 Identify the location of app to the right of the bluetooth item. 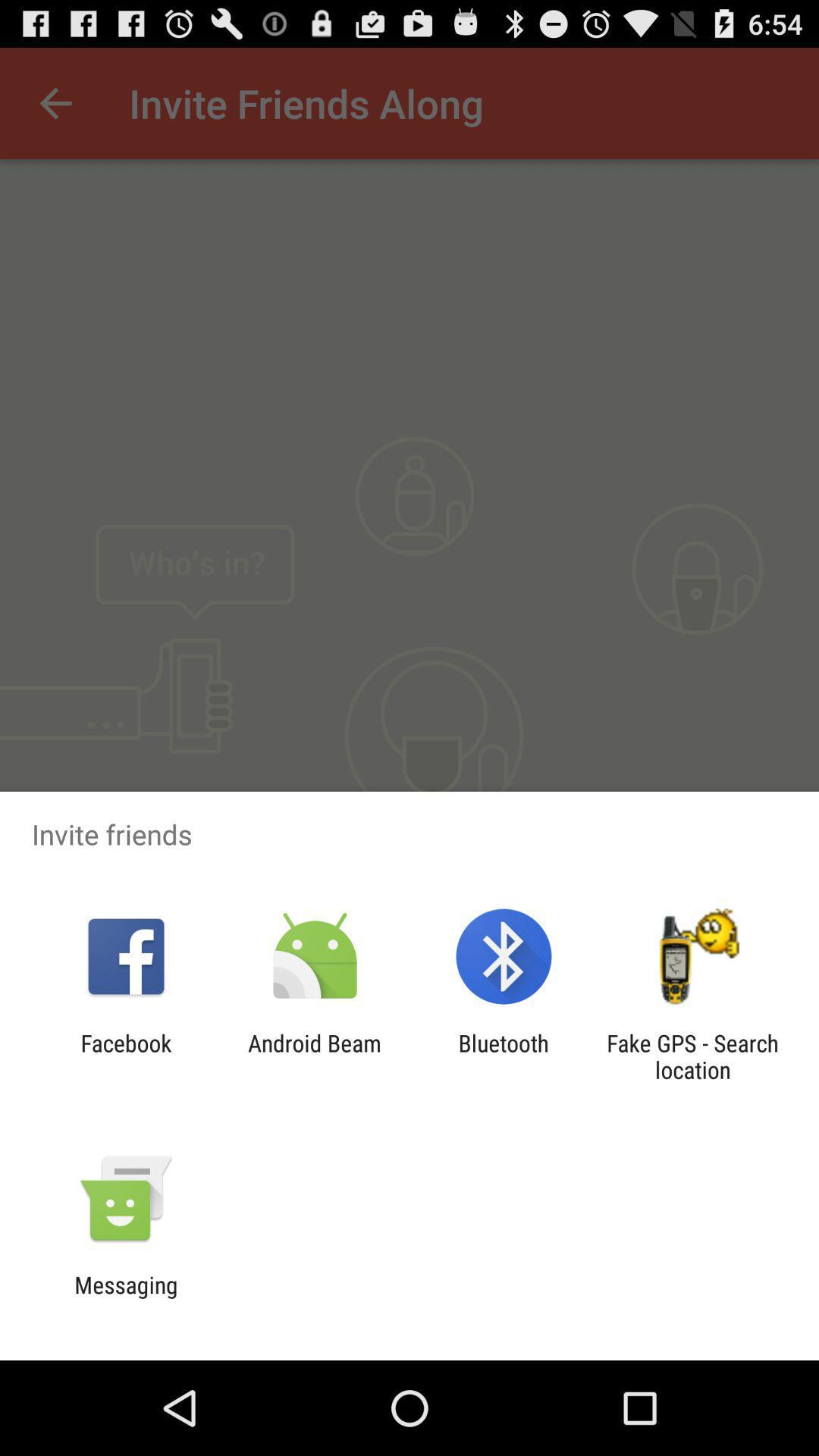
(692, 1056).